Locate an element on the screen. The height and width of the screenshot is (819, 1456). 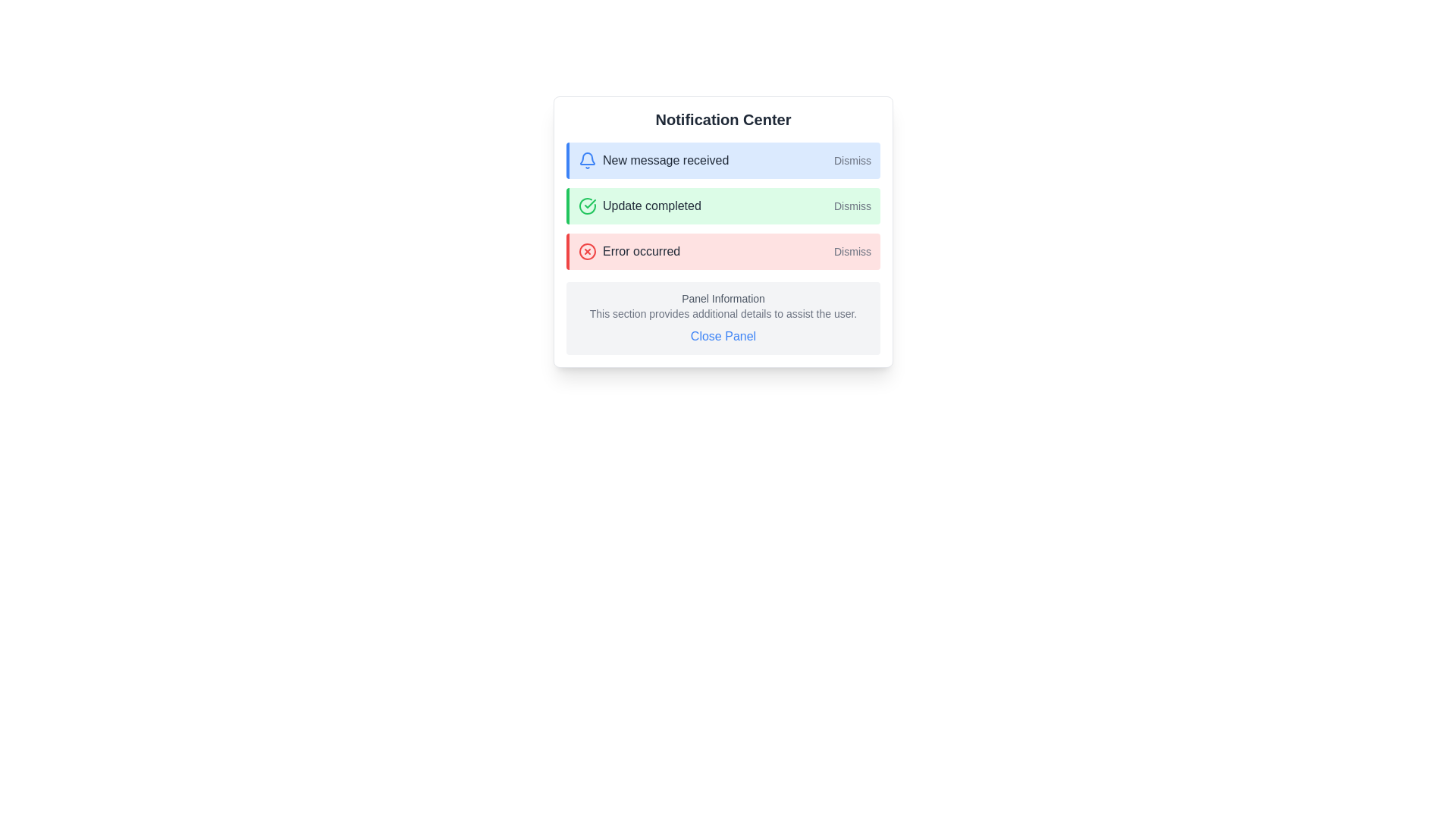
the text-based button located at the right end of the 'Error occurred' notification card with a red background is located at coordinates (852, 250).